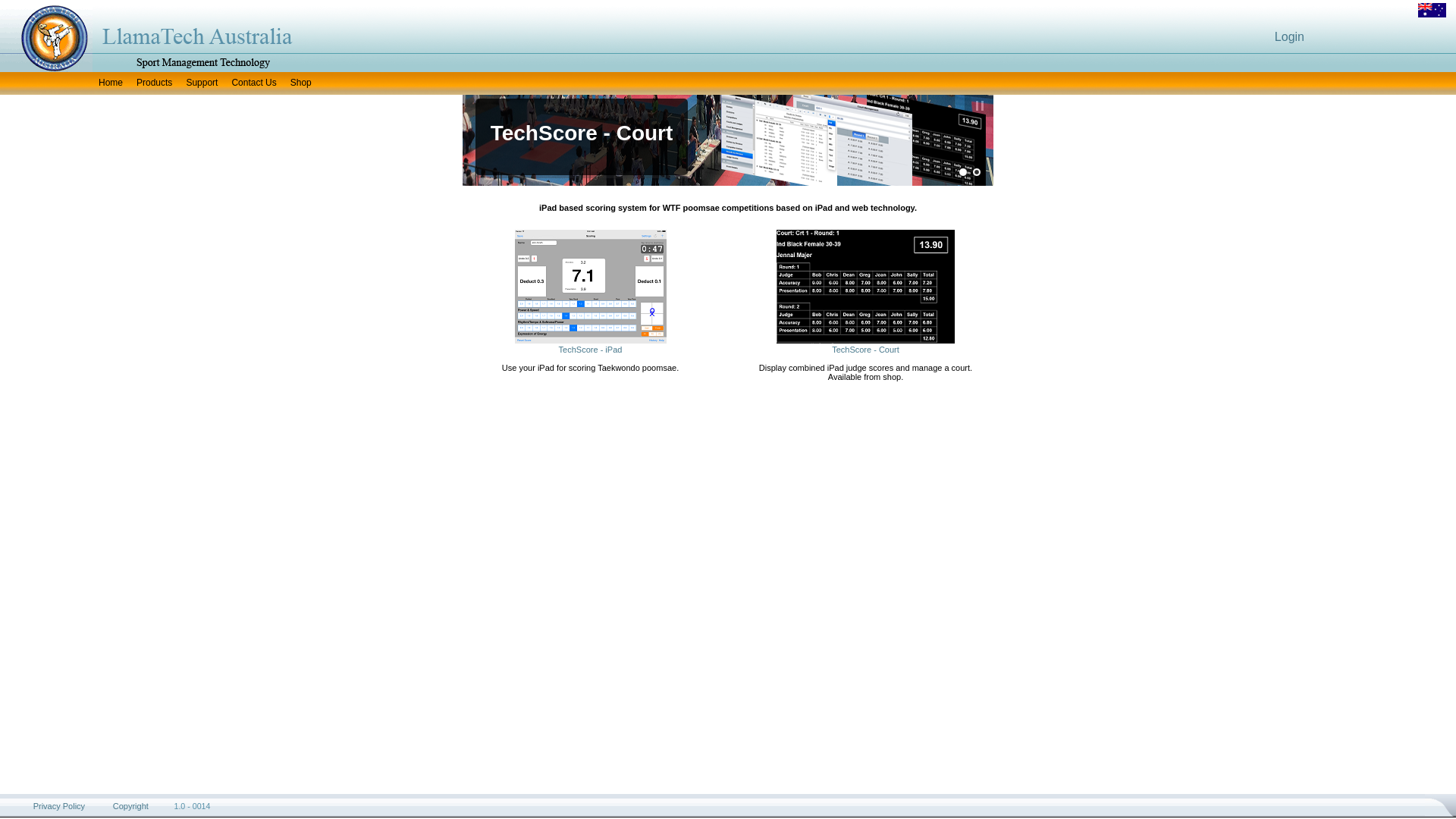 This screenshot has width=1456, height=819. Describe the element at coordinates (200, 83) in the screenshot. I see `'Support'` at that location.